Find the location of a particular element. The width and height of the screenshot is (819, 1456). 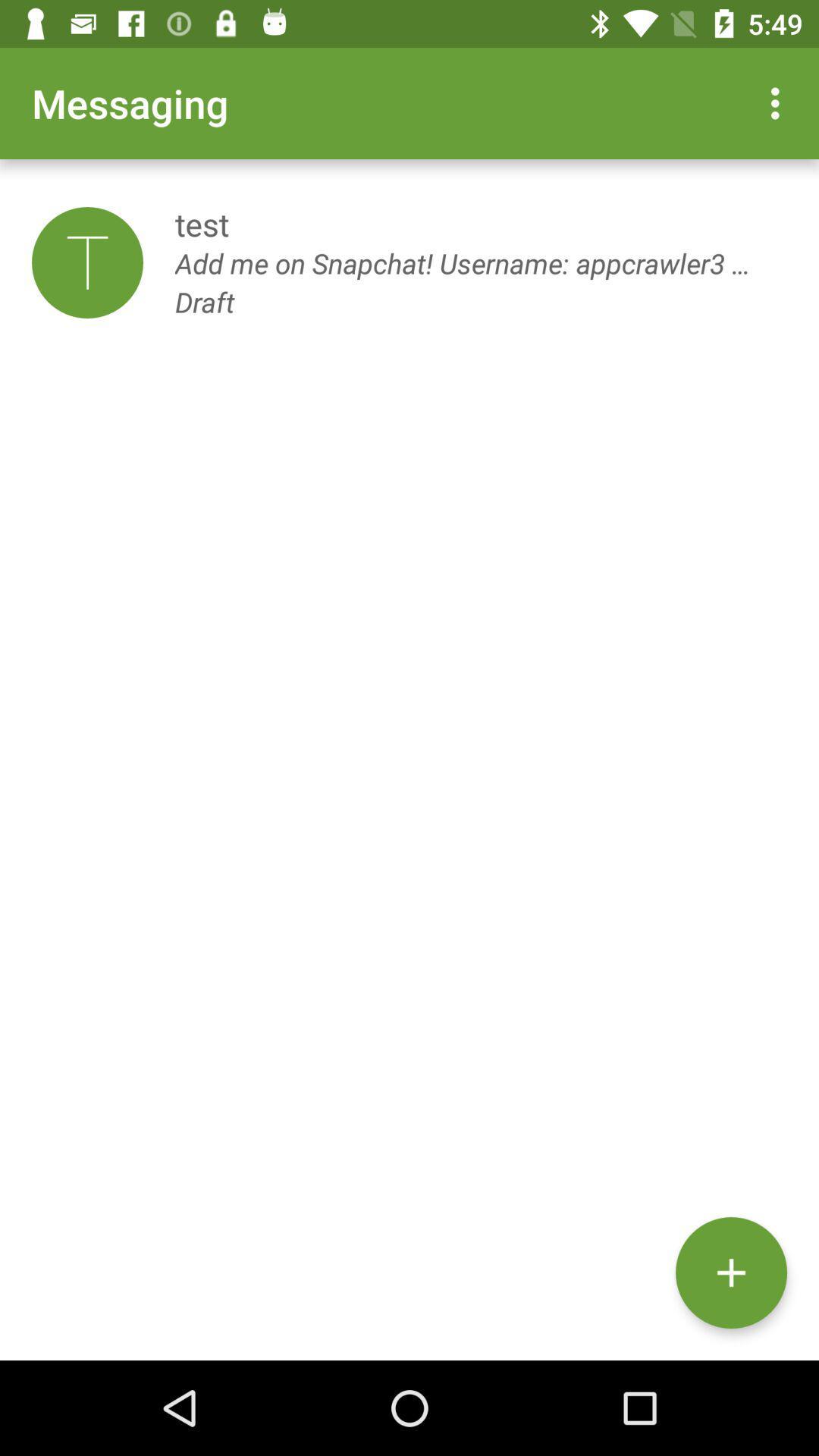

the icon at the bottom right corner is located at coordinates (730, 1272).